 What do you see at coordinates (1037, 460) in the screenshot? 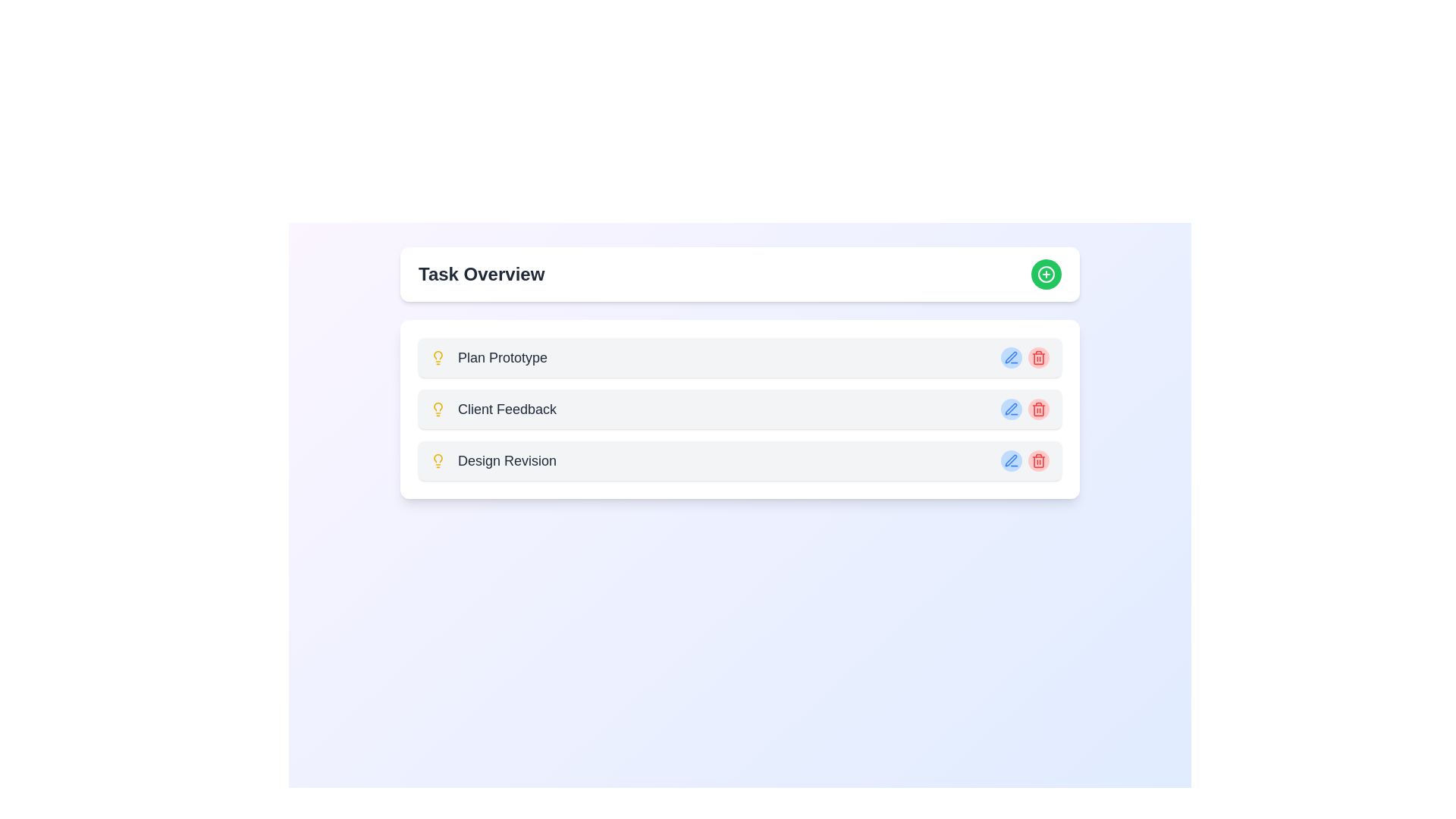
I see `the third red trash bin icon in the task list interface` at bounding box center [1037, 460].